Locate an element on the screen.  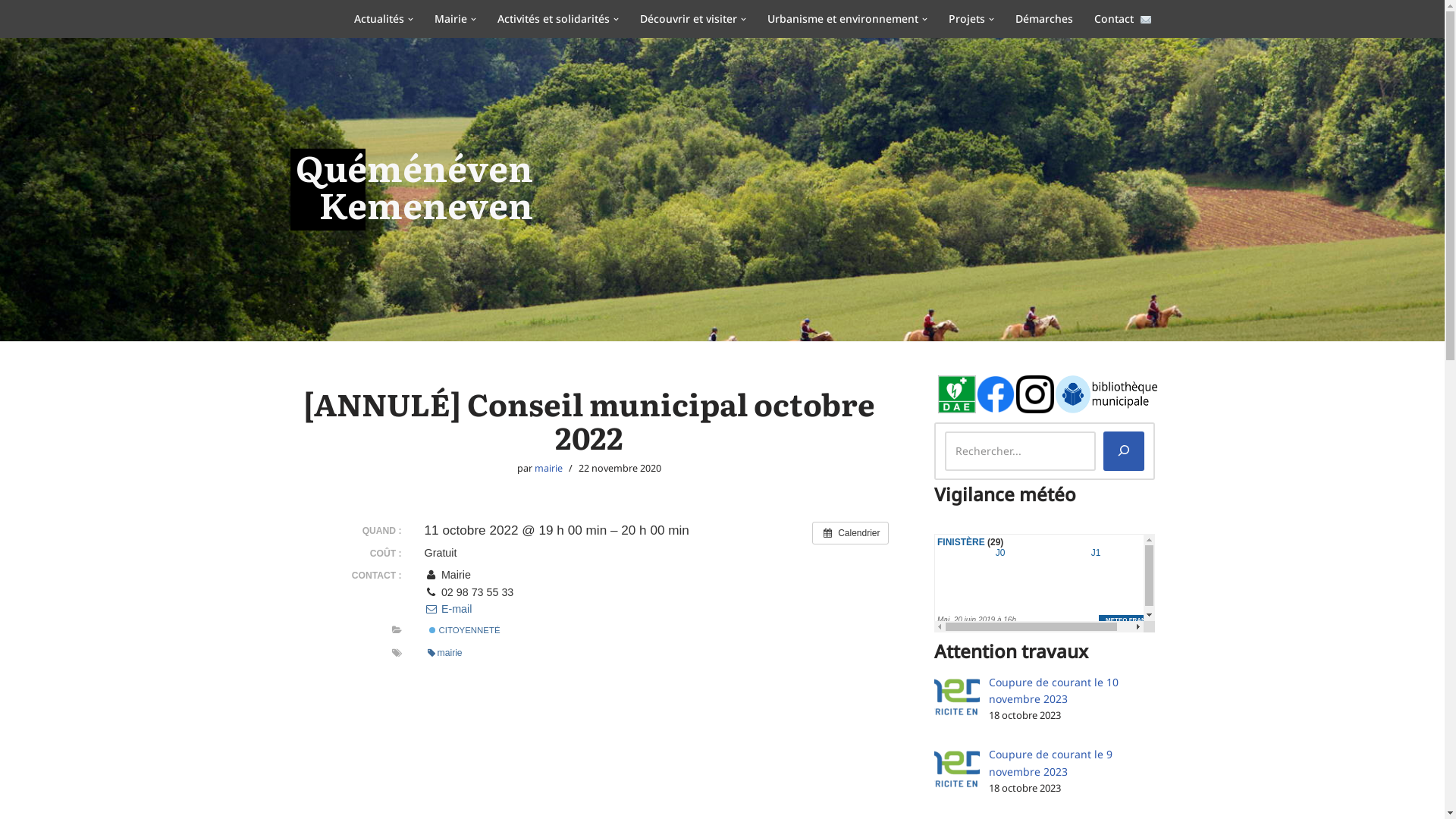
'Contact  ' is located at coordinates (1094, 18).